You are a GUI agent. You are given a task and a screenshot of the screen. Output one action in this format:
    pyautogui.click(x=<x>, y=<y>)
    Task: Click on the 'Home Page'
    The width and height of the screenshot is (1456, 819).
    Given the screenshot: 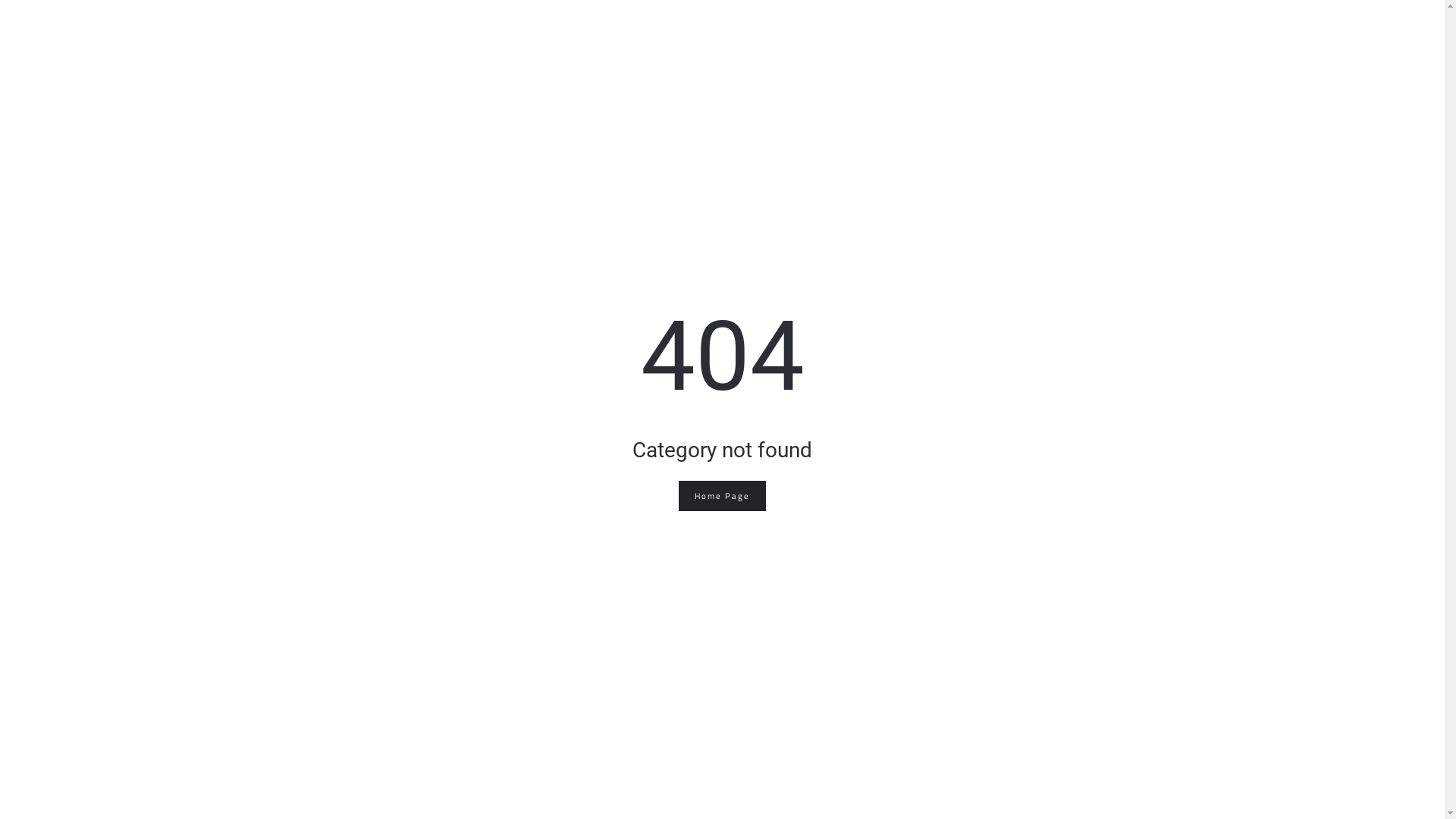 What is the action you would take?
    pyautogui.click(x=721, y=496)
    